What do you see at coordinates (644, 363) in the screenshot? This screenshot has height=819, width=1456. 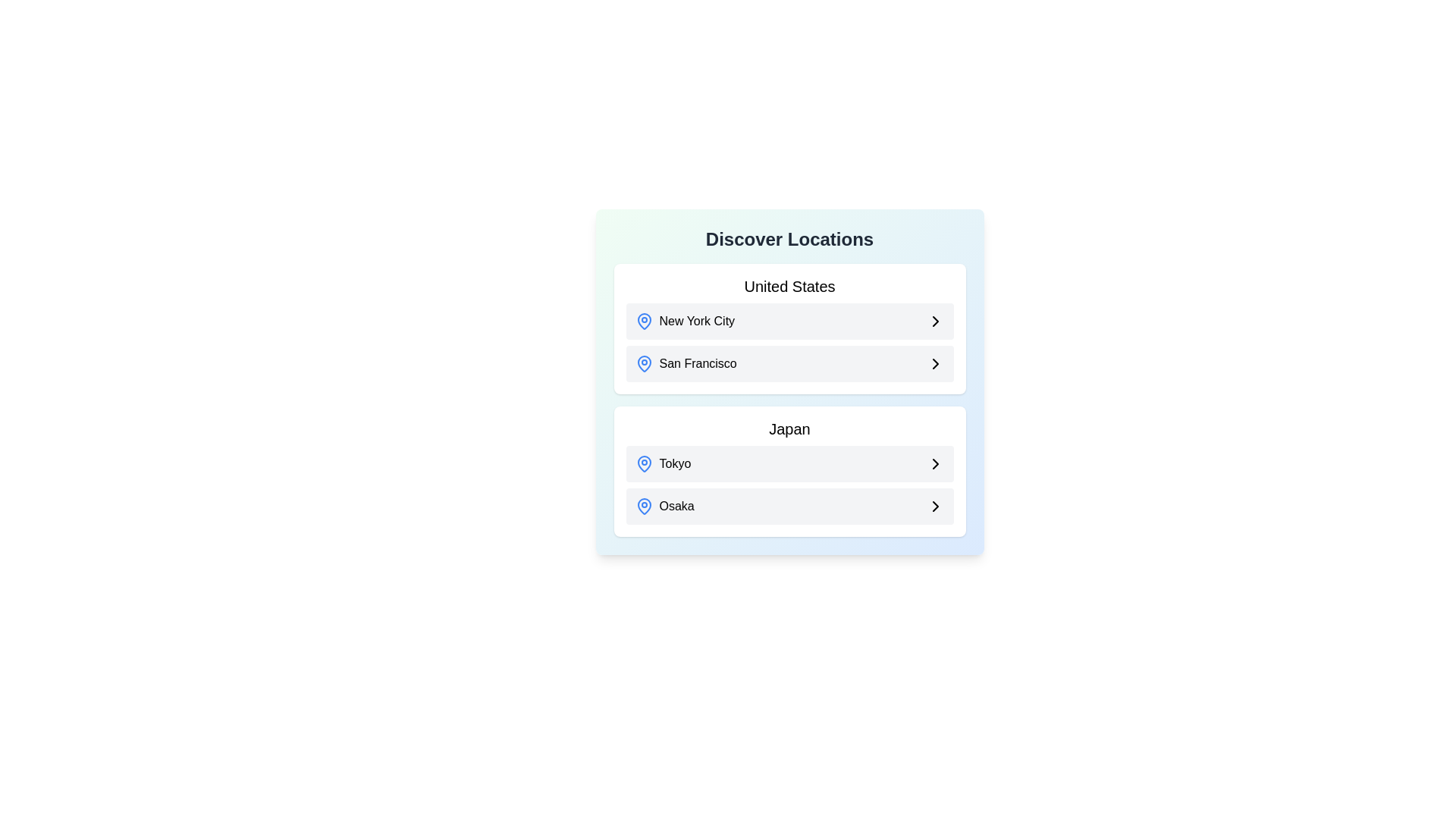 I see `the location marker icon indicating 'San Francisco', which is positioned to the left of the text in the second row of the 'United States' section under the header 'Discover Locations'` at bounding box center [644, 363].